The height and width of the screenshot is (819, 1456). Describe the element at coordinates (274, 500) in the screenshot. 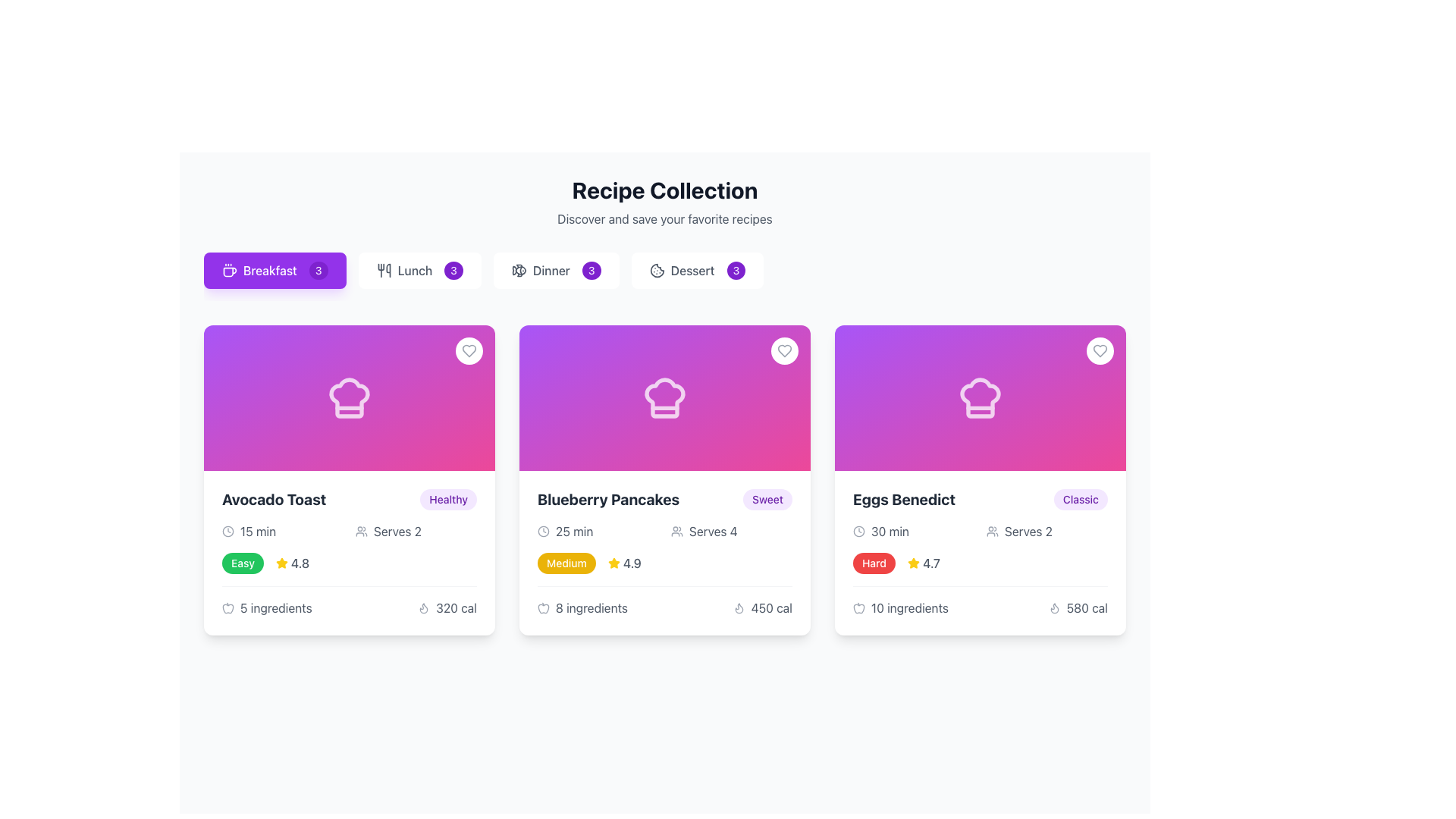

I see `title text of the recipe located at the top-left corner of the leftmost tile card in the recipe items layout` at that location.